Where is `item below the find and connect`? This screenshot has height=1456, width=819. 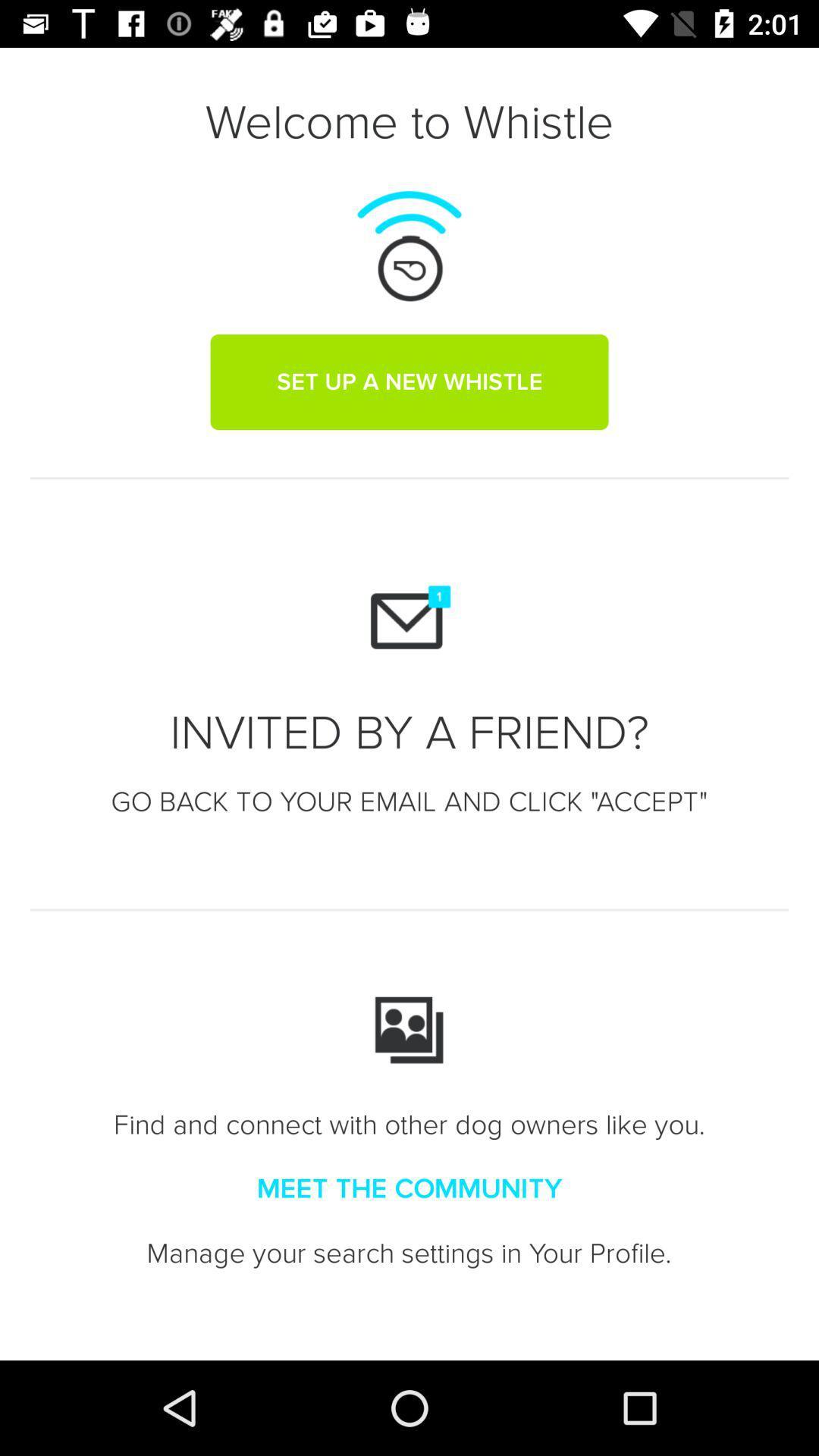 item below the find and connect is located at coordinates (409, 1188).